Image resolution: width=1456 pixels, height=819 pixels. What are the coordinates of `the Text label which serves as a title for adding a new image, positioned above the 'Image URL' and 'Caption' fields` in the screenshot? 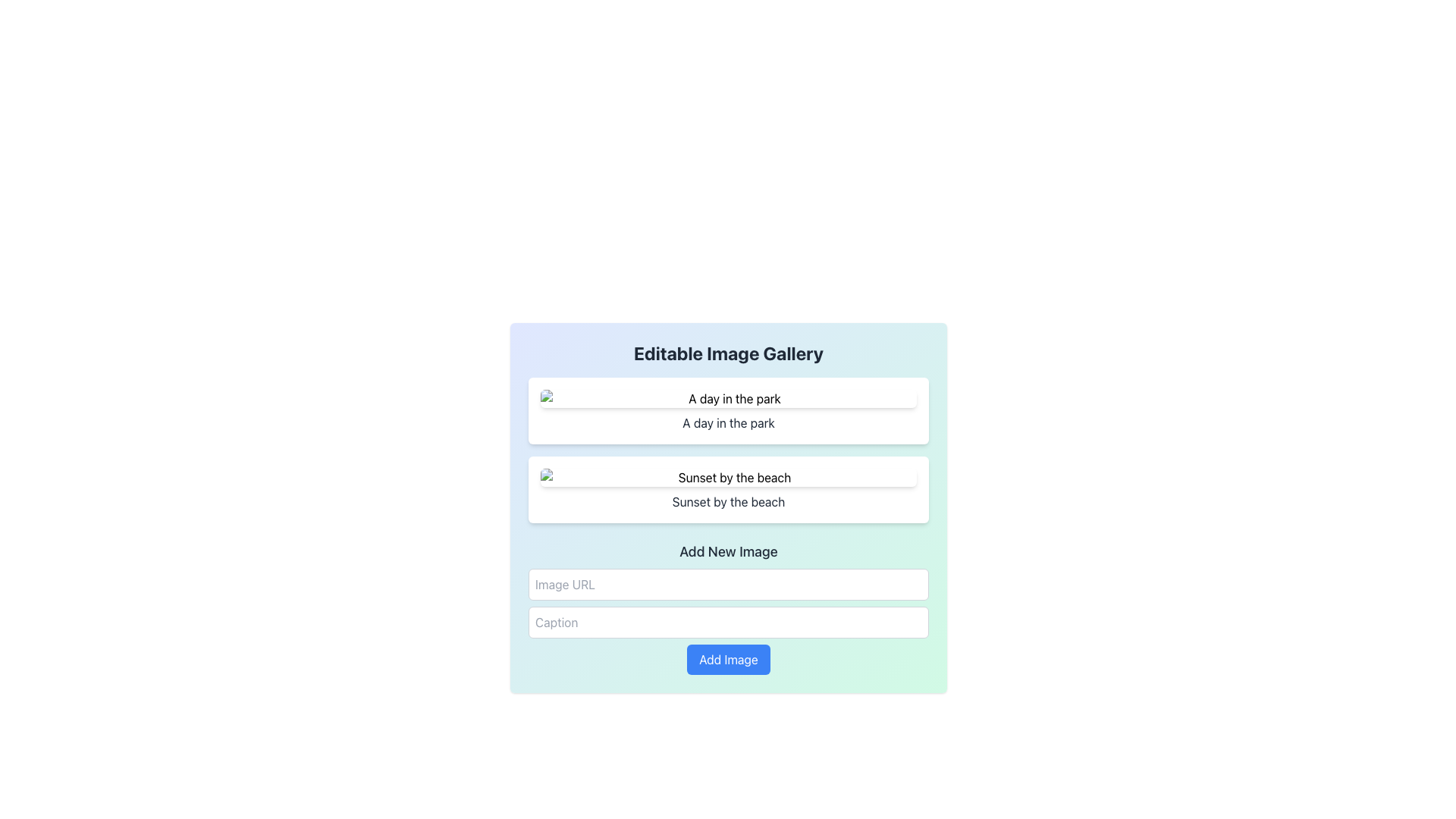 It's located at (728, 552).